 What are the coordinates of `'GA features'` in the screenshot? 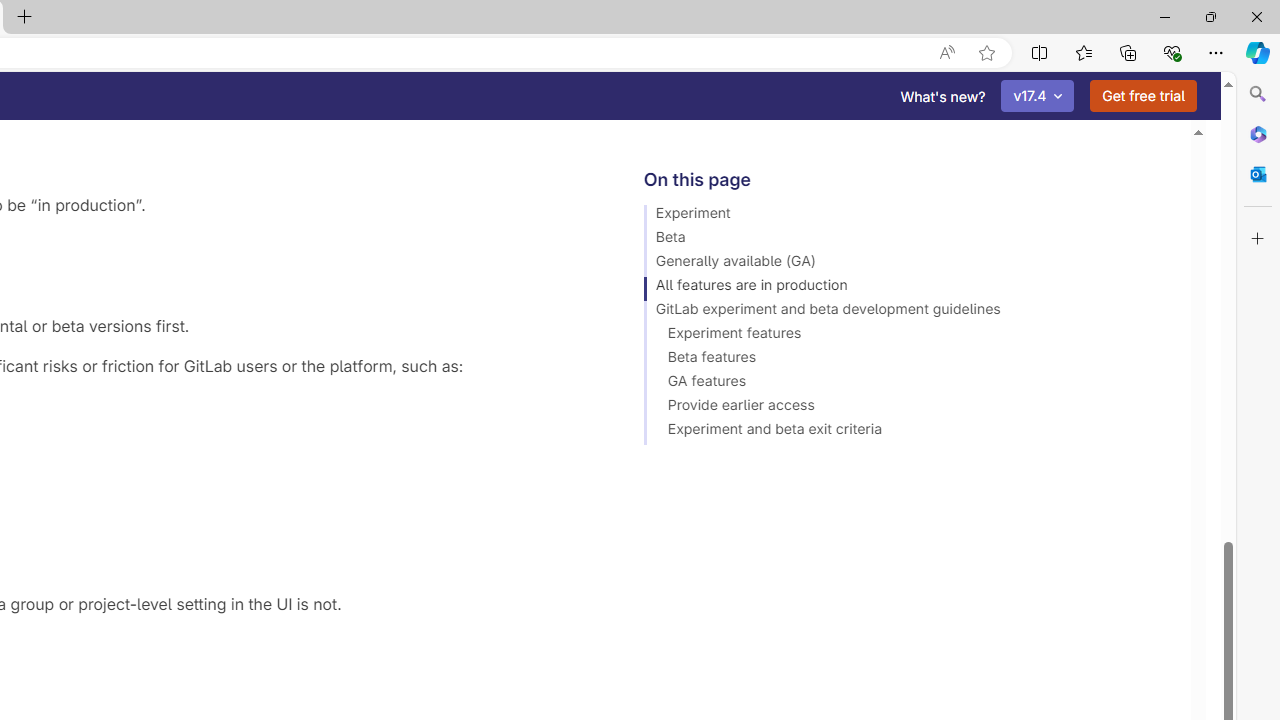 It's located at (907, 384).